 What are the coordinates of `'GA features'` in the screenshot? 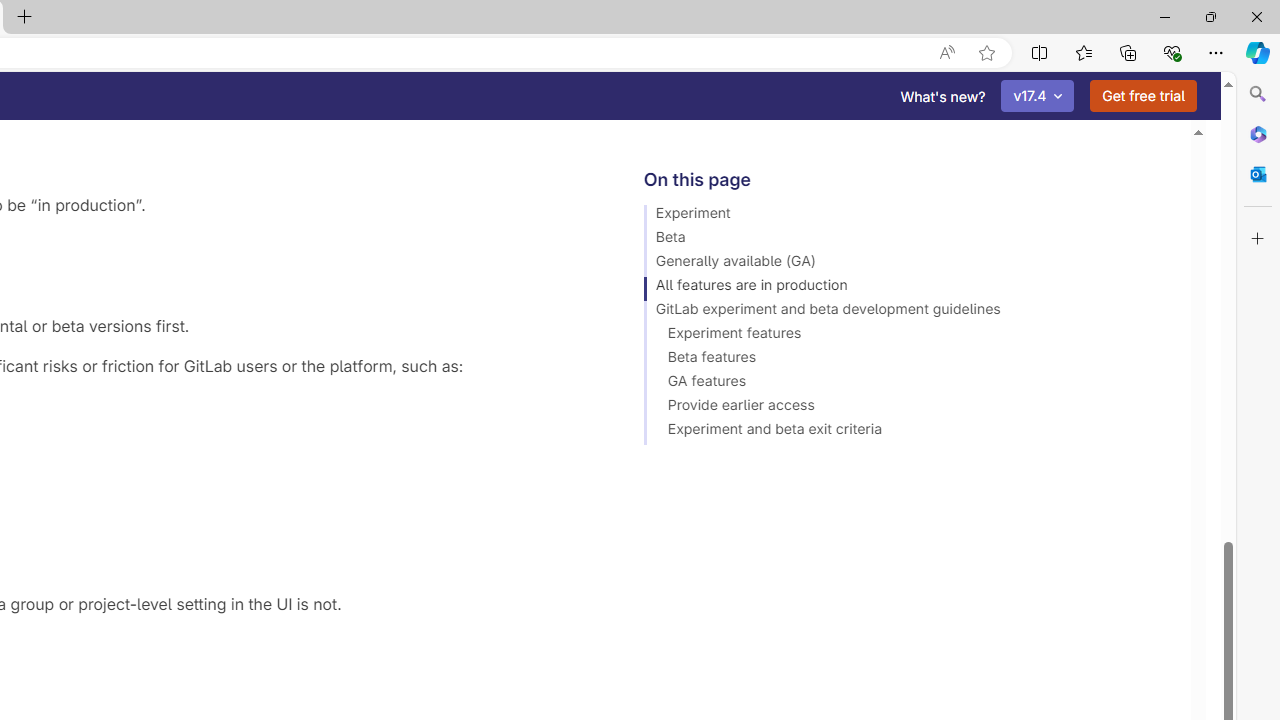 It's located at (907, 384).